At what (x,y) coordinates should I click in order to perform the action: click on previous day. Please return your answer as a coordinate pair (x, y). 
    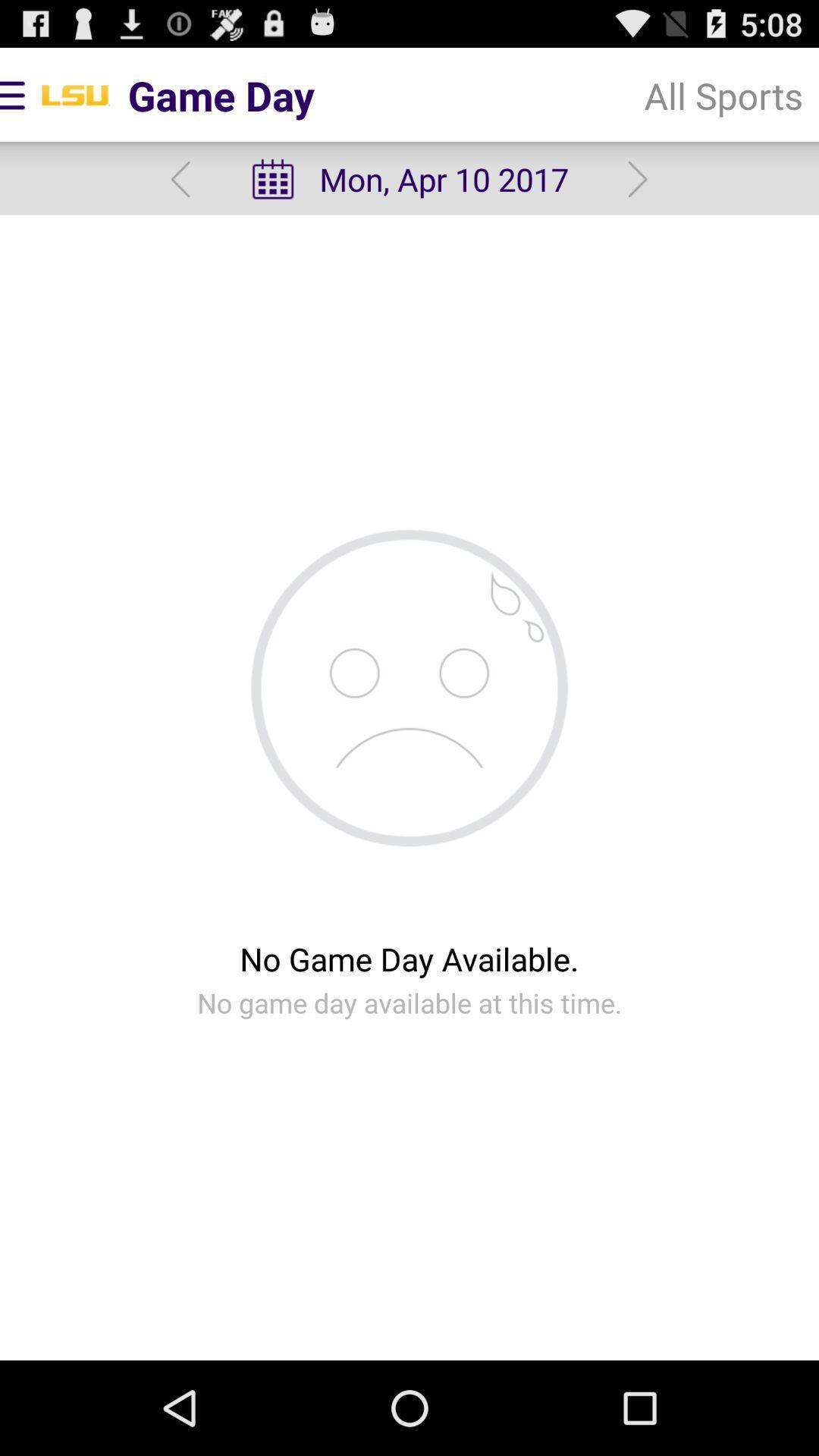
    Looking at the image, I should click on (180, 179).